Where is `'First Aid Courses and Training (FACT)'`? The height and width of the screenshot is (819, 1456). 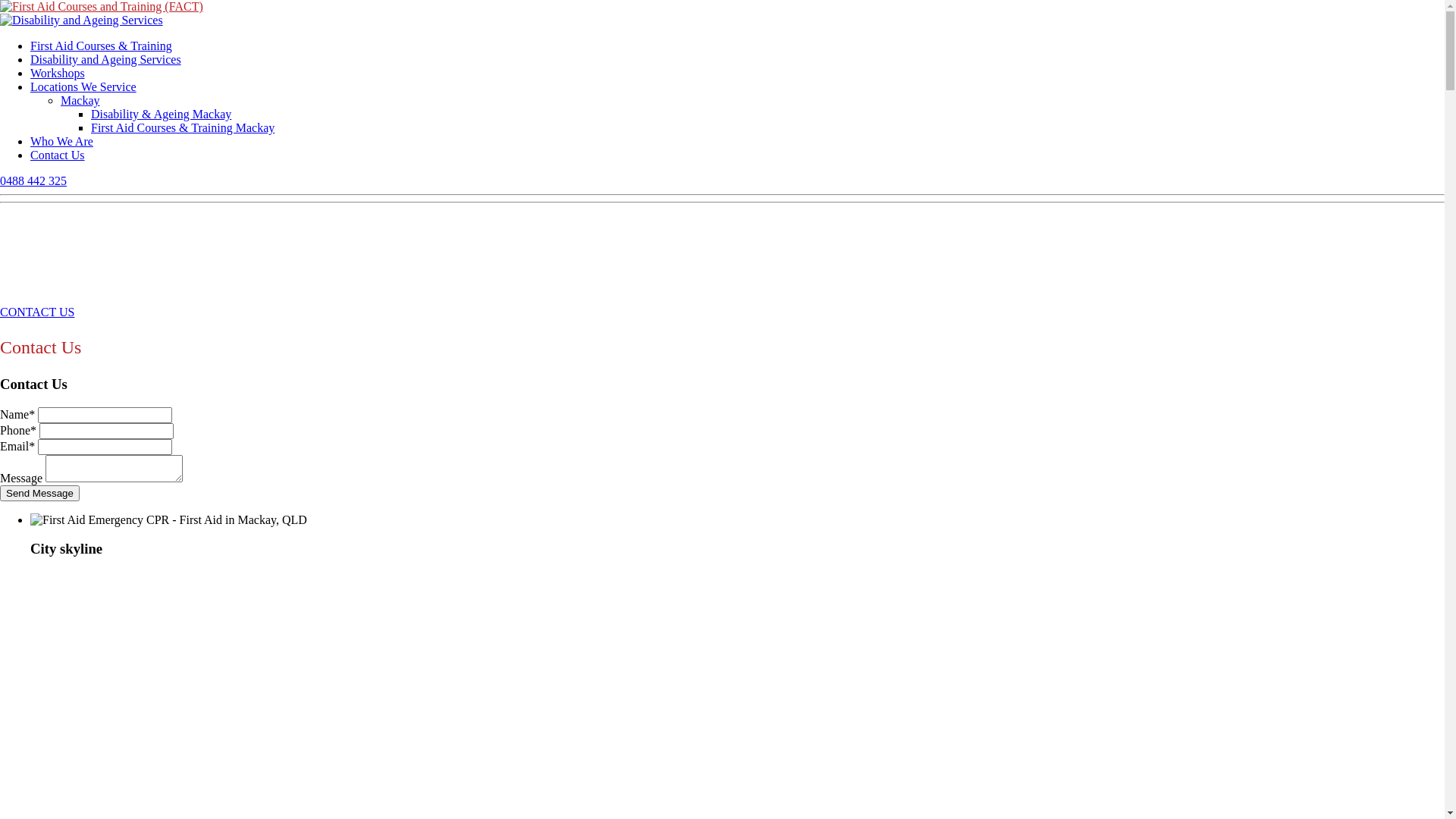
'First Aid Courses and Training (FACT)' is located at coordinates (101, 6).